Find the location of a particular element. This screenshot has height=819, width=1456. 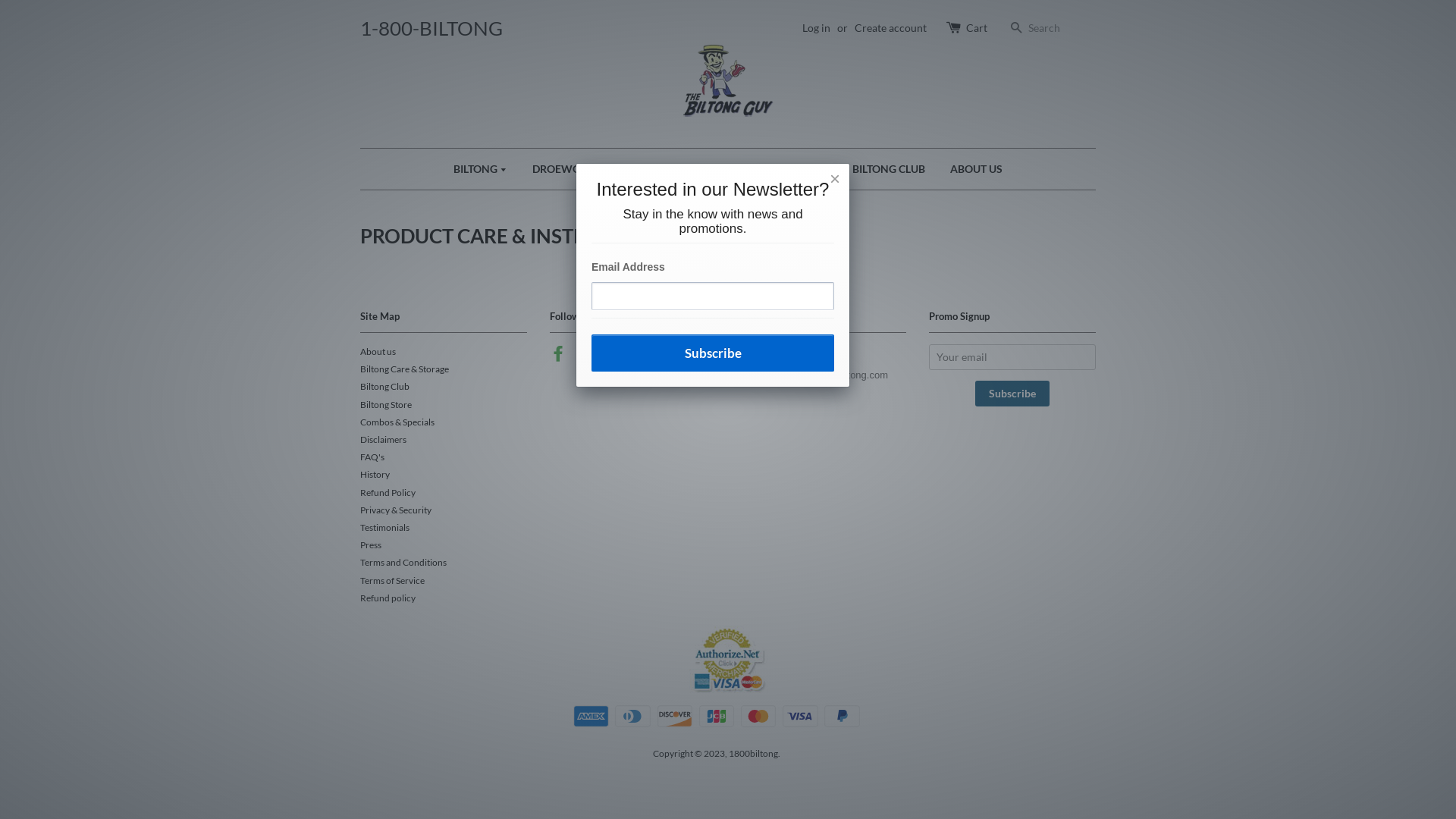

'DROEWORS' is located at coordinates (520, 169).